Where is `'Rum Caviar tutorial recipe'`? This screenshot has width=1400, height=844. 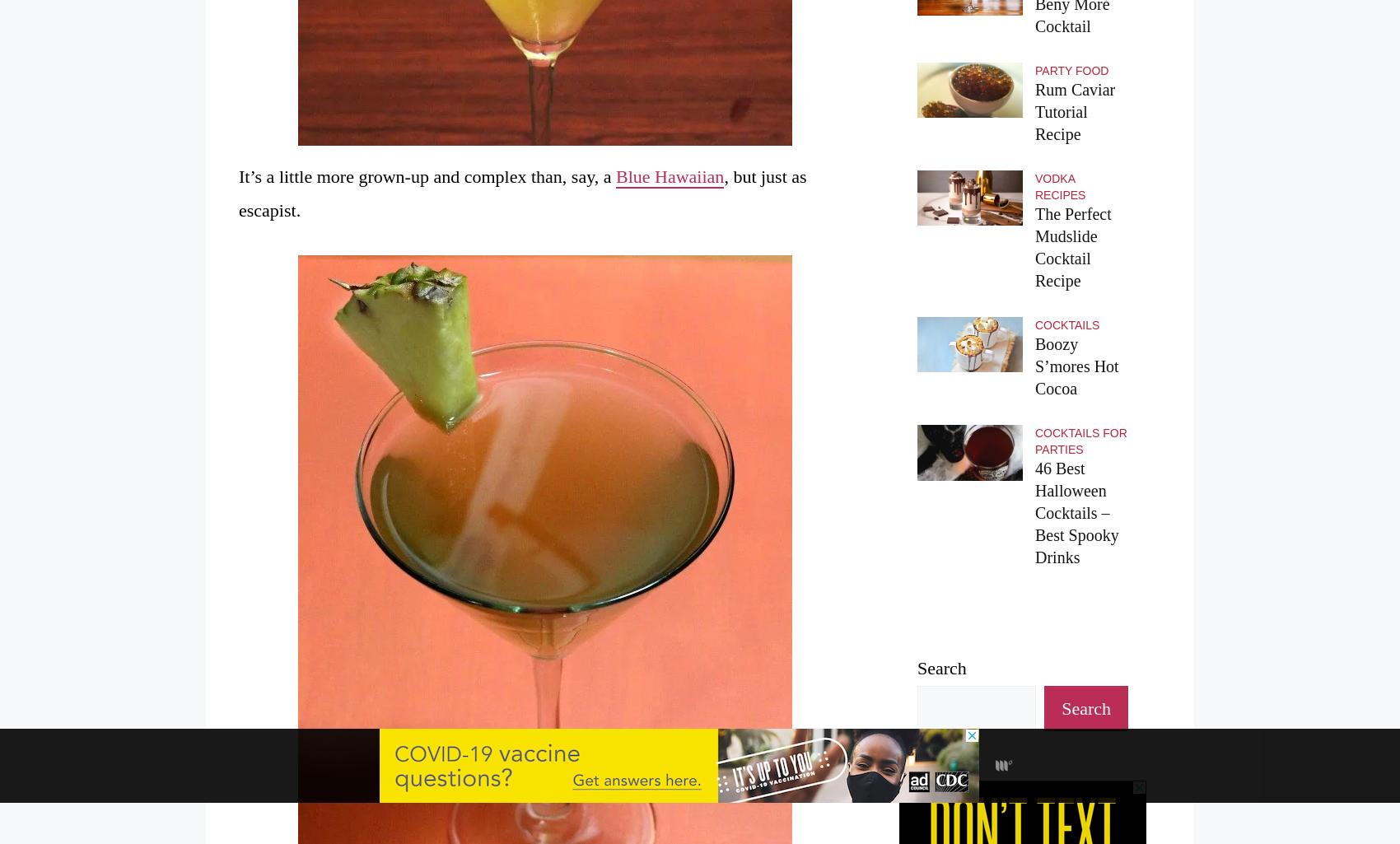 'Rum Caviar tutorial recipe' is located at coordinates (1075, 112).